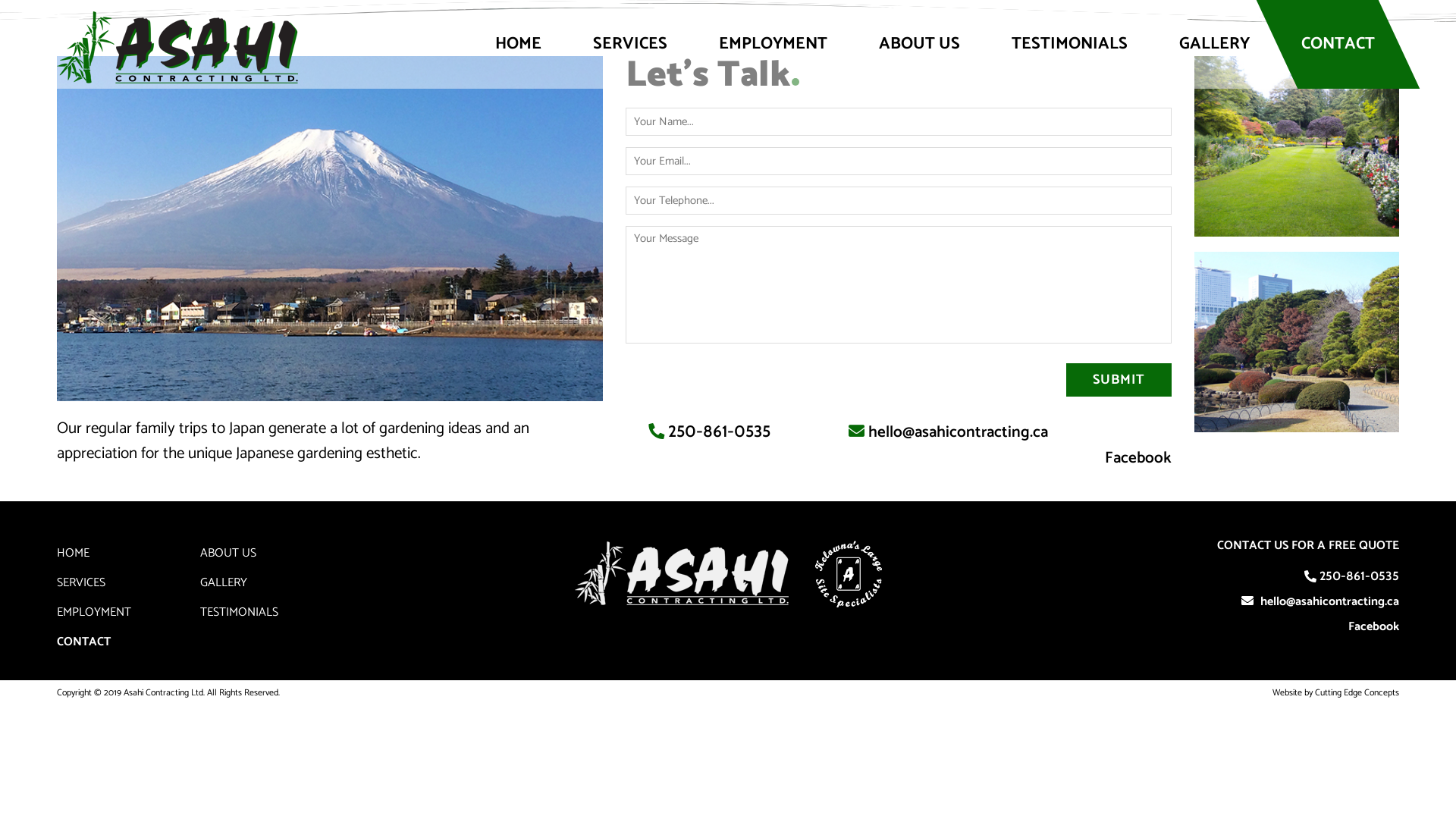 The height and width of the screenshot is (819, 1456). Describe the element at coordinates (1214, 43) in the screenshot. I see `'GALLERY'` at that location.